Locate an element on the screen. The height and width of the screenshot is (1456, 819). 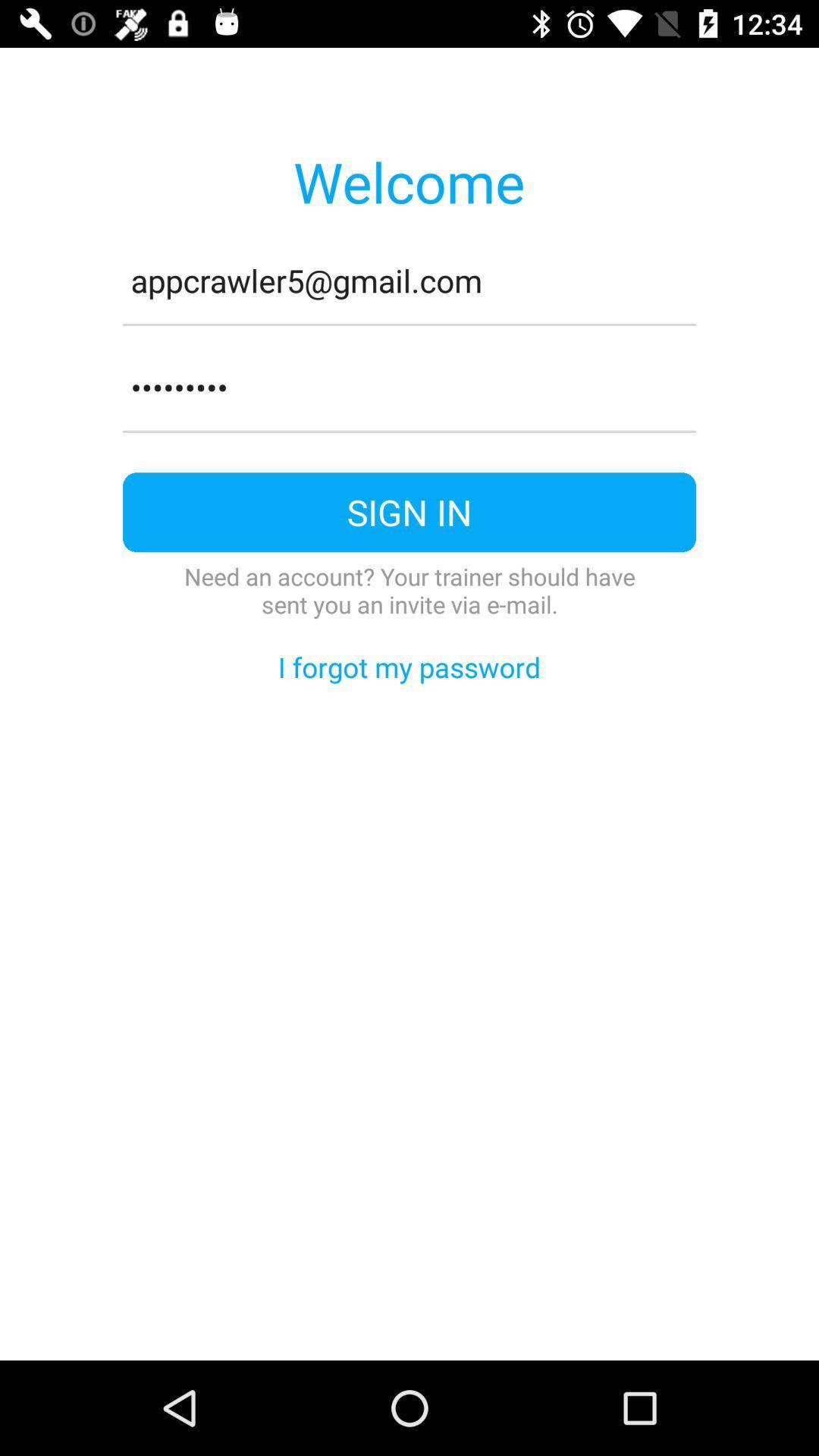
item below welcome item is located at coordinates (409, 281).